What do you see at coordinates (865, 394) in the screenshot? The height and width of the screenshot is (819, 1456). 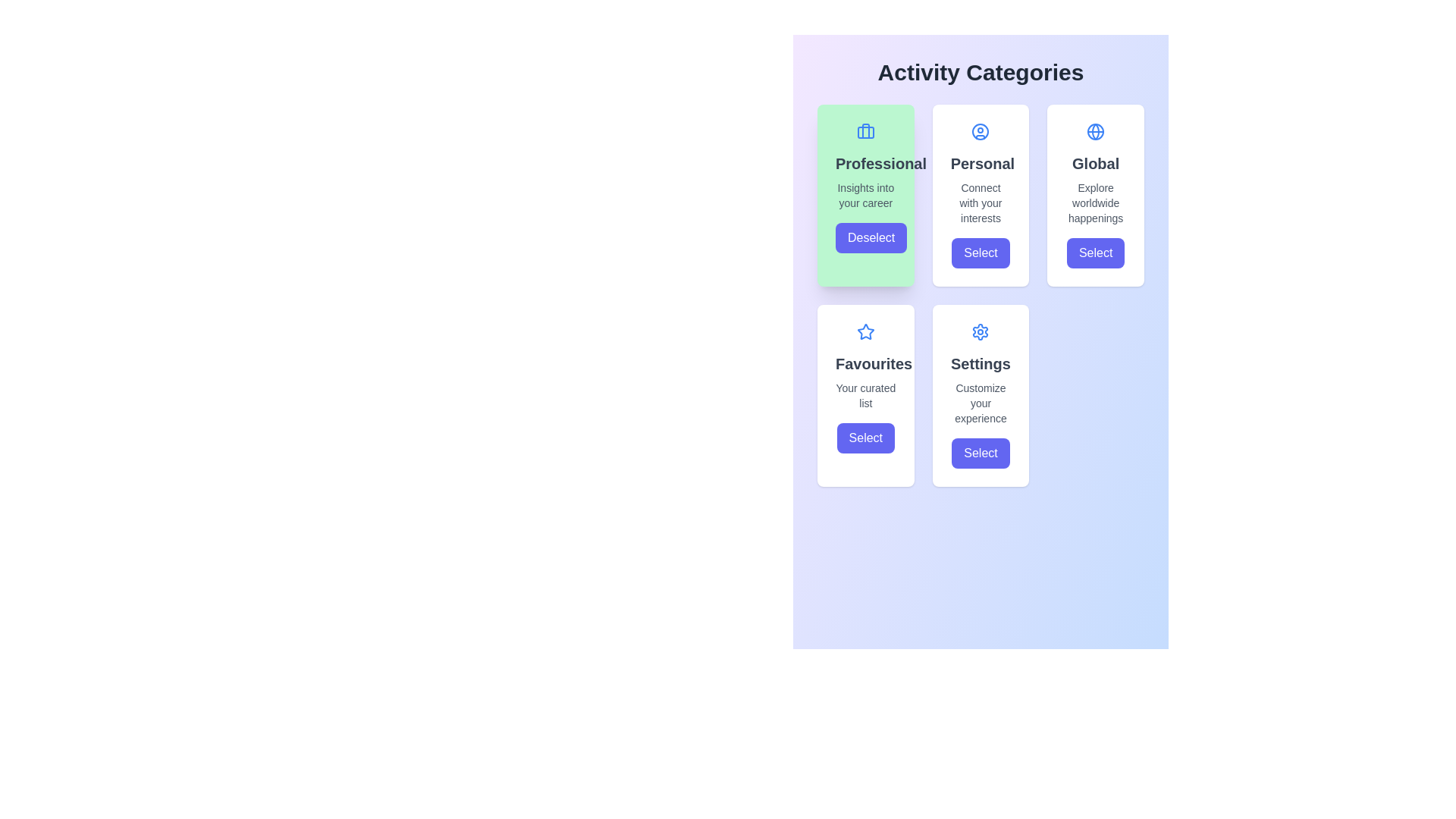 I see `the 'Select' button of the 'Favourites' category card located in the third row of the grid layout` at bounding box center [865, 394].